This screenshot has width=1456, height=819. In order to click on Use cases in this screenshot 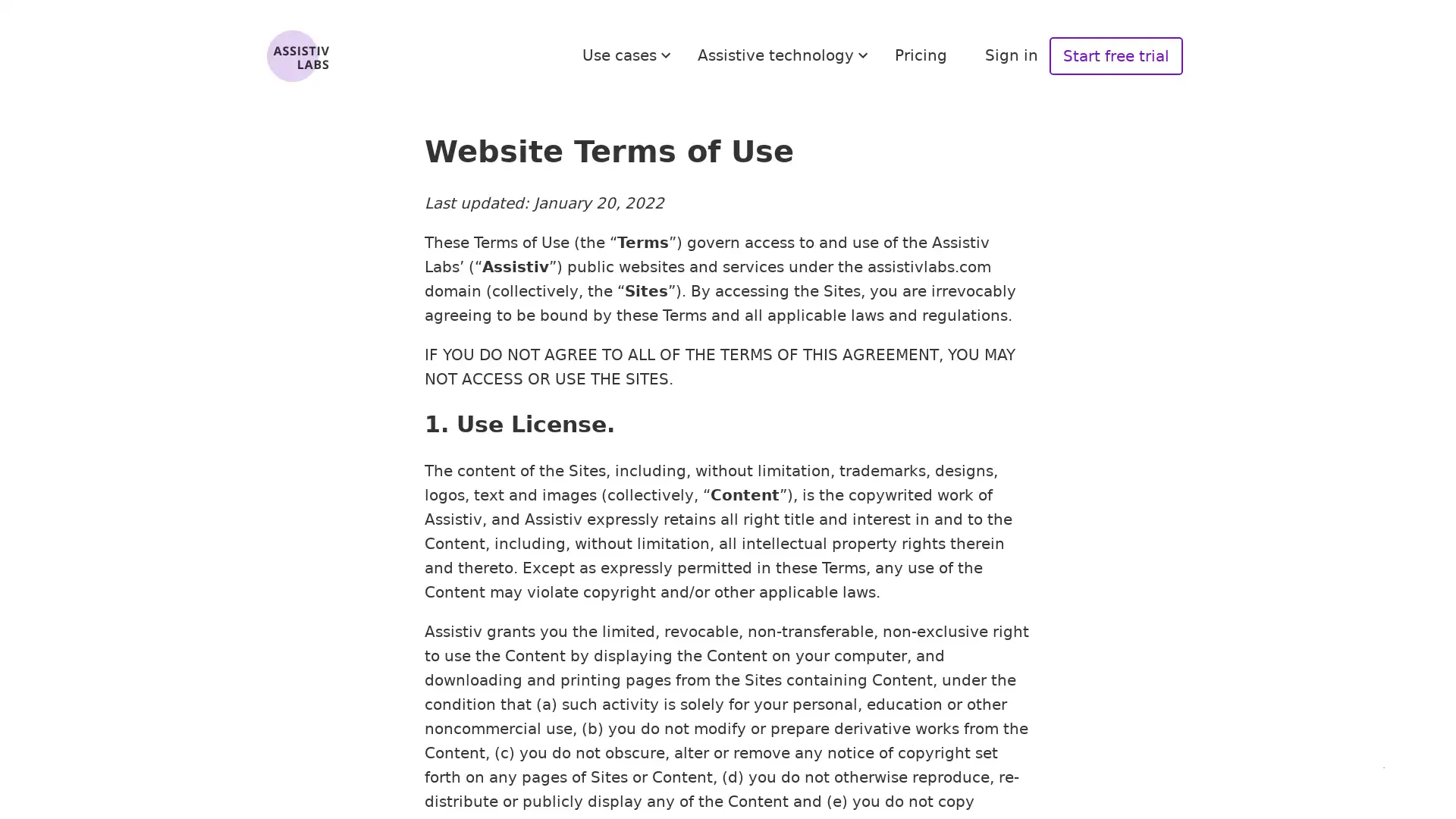, I will do `click(629, 55)`.